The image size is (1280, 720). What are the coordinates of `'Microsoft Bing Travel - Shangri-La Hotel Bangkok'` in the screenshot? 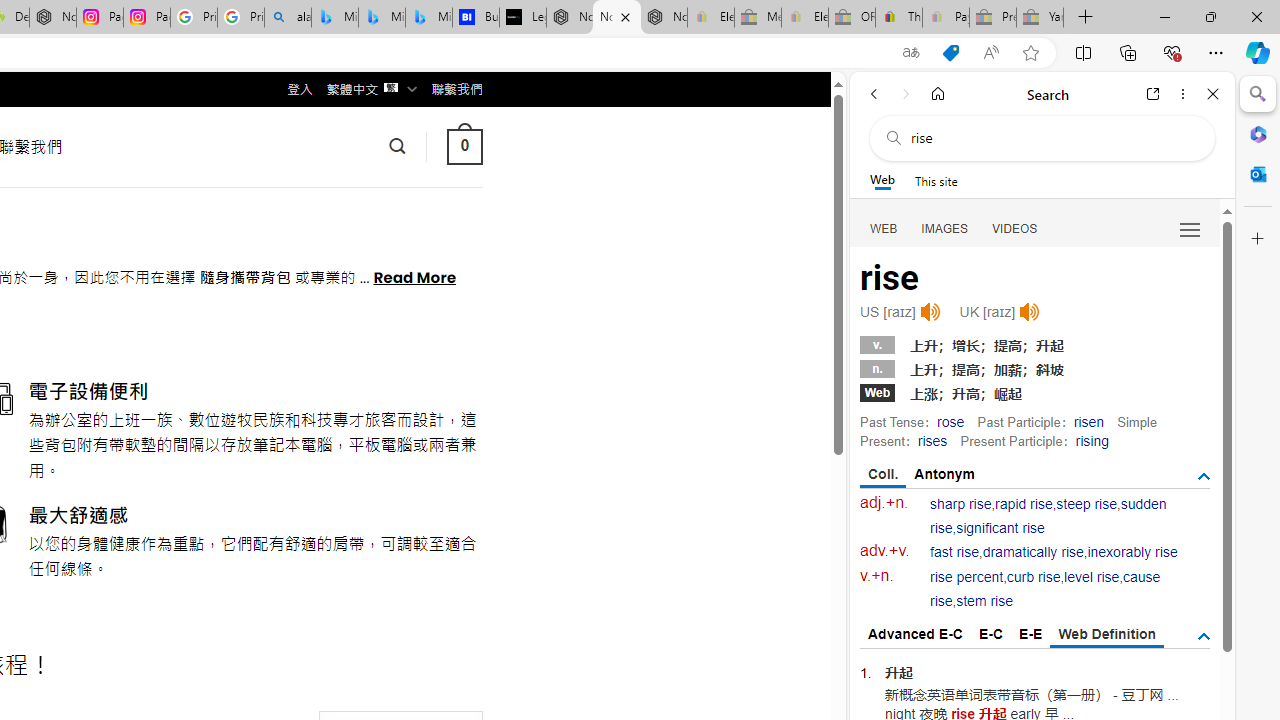 It's located at (427, 17).